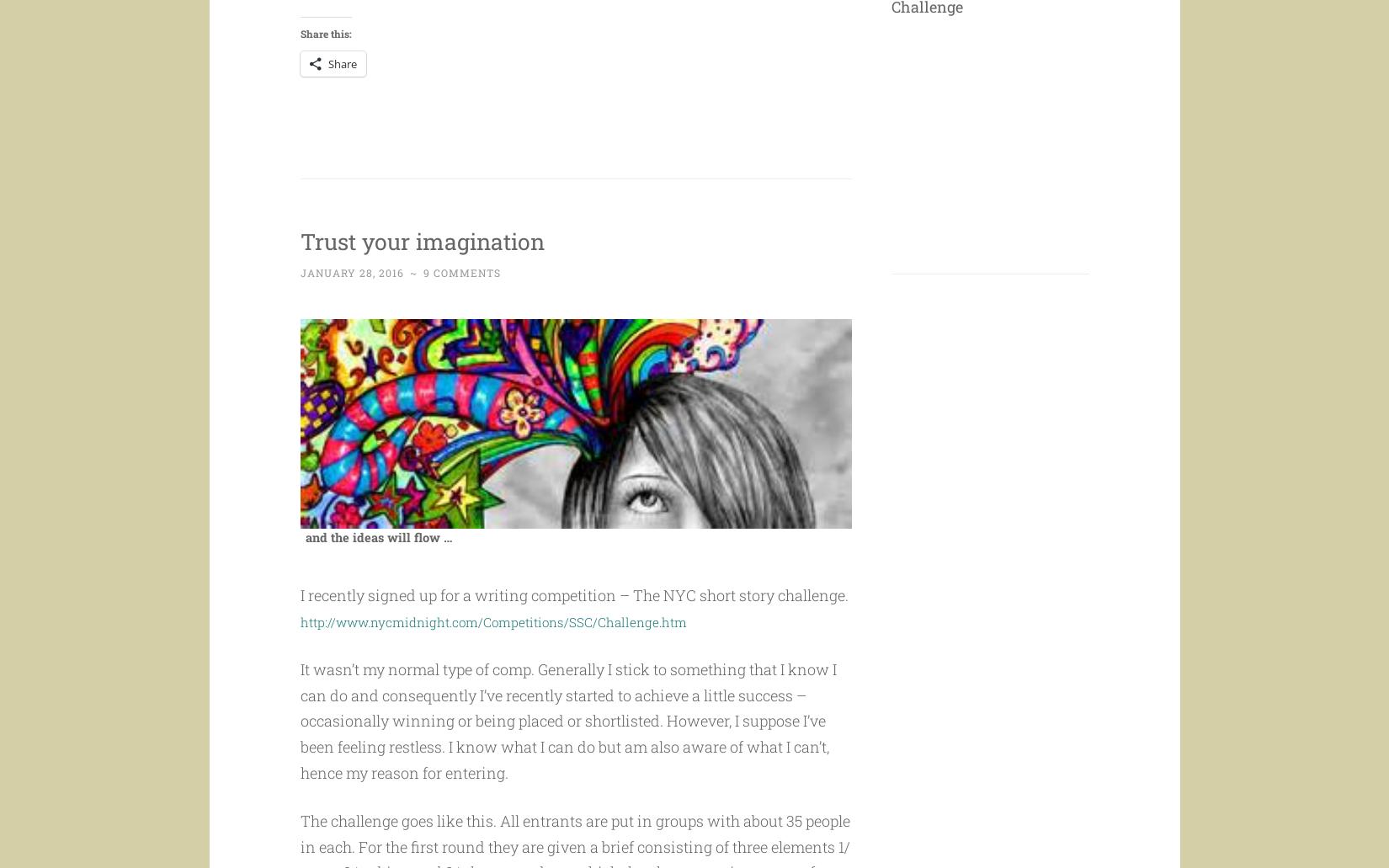  Describe the element at coordinates (377, 569) in the screenshot. I see `'and the ideas will flow …'` at that location.